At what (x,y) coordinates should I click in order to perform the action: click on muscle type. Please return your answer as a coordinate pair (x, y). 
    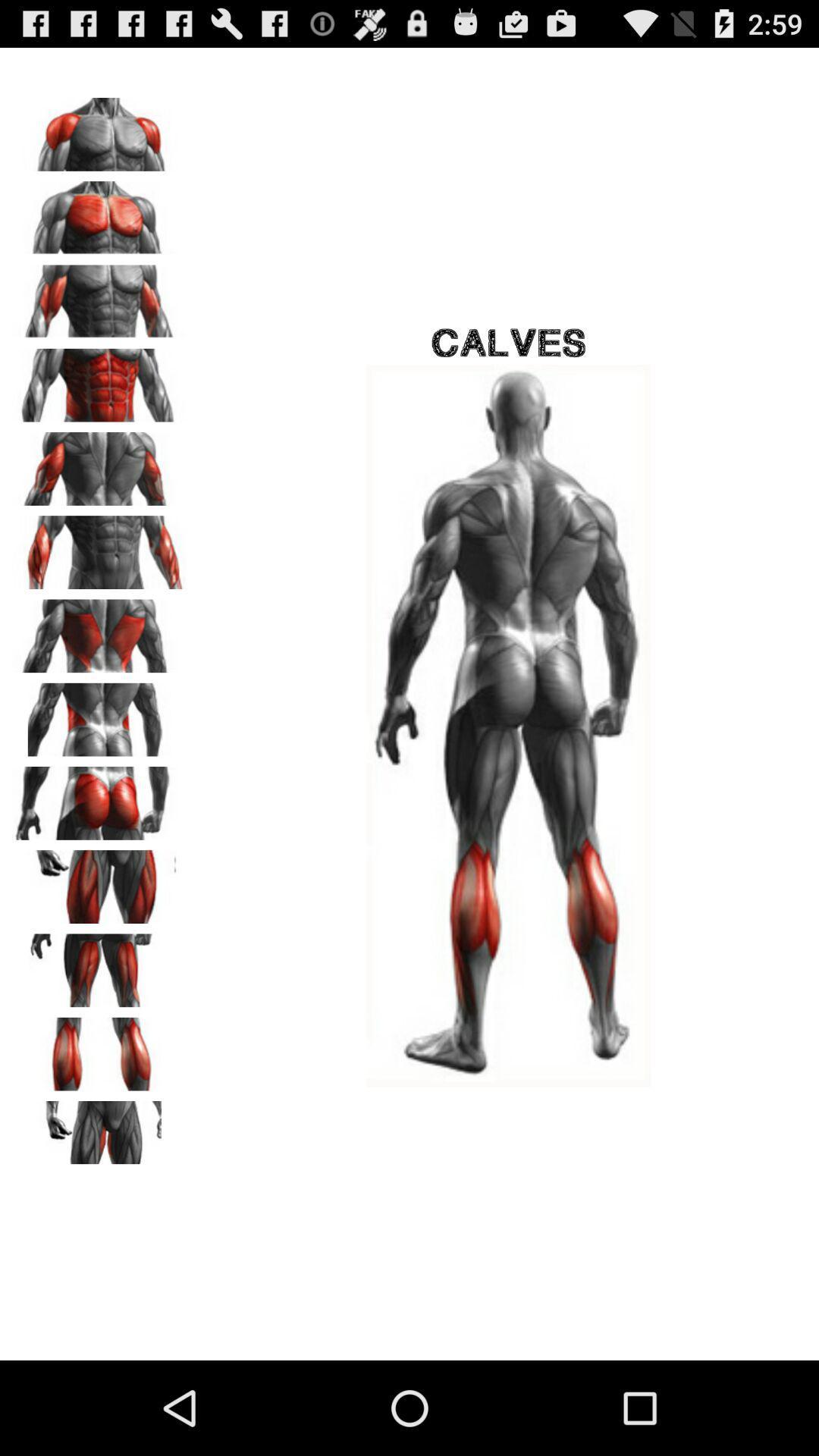
    Looking at the image, I should click on (99, 881).